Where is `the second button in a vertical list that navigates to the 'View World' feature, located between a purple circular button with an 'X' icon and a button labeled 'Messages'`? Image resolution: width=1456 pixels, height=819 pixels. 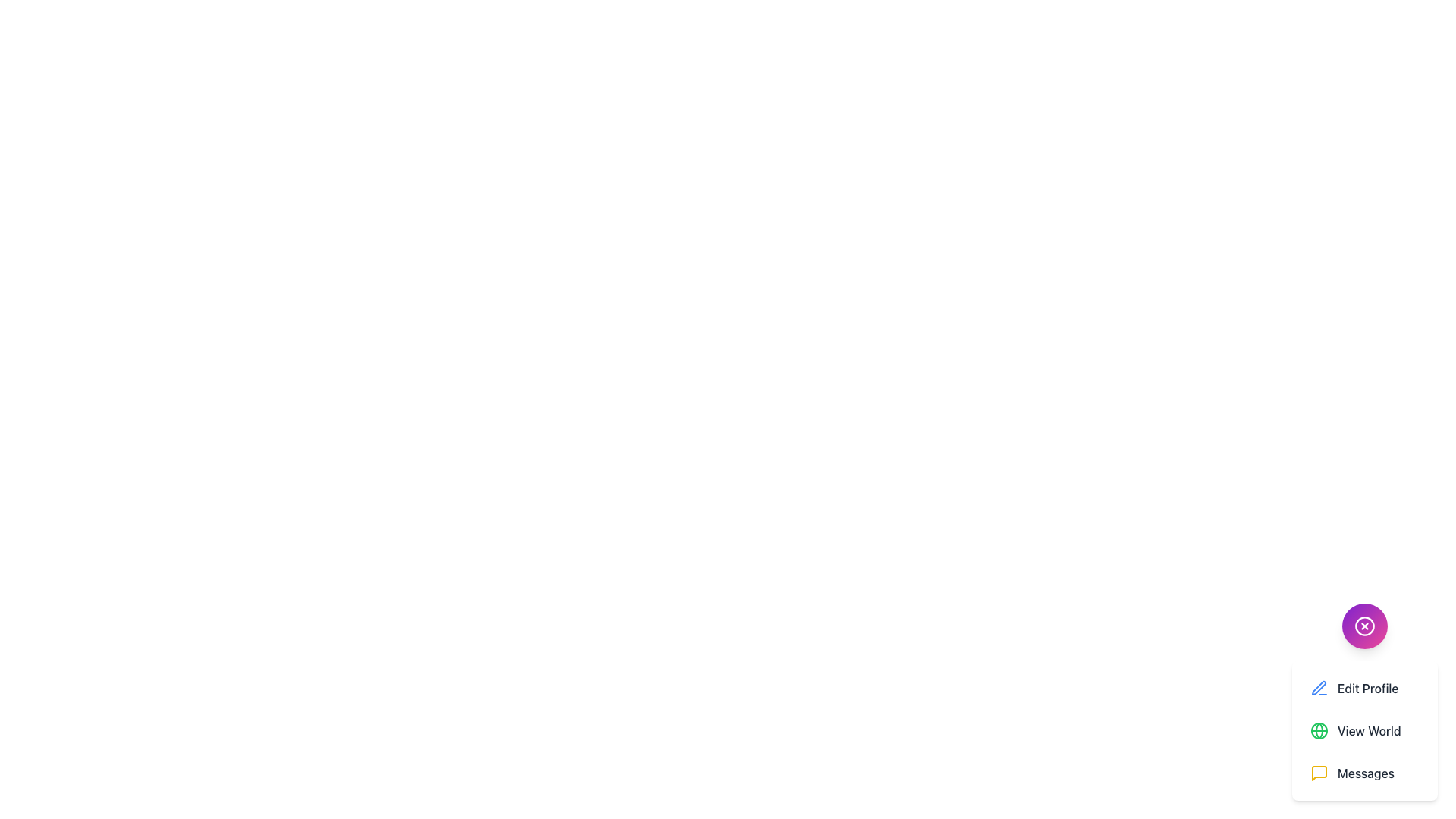
the second button in a vertical list that navigates to the 'View World' feature, located between a purple circular button with an 'X' icon and a button labeled 'Messages' is located at coordinates (1365, 730).